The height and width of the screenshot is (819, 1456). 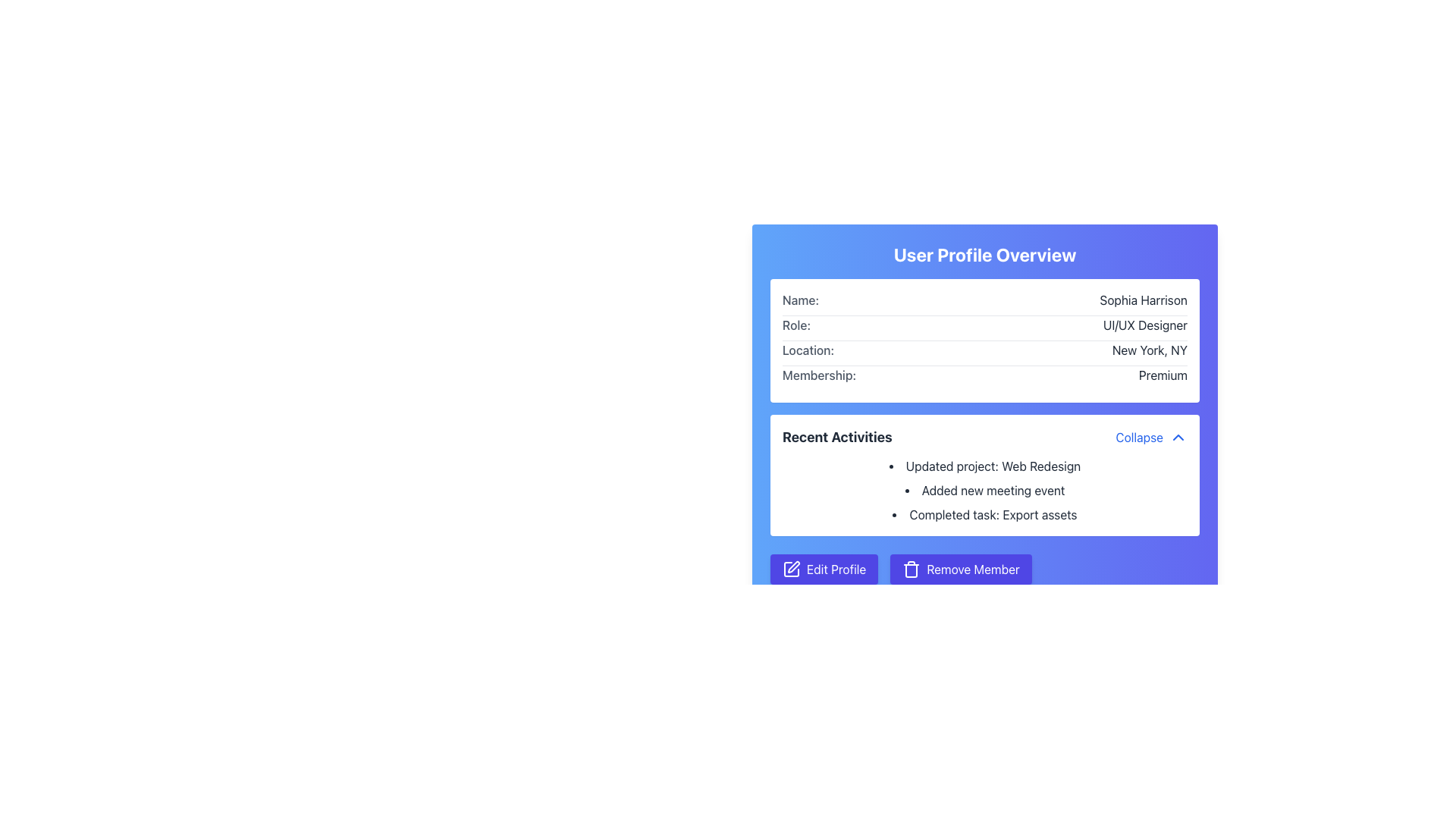 I want to click on text label that displays 'Role:' located in the user profile overview section of the profile card, so click(x=795, y=324).